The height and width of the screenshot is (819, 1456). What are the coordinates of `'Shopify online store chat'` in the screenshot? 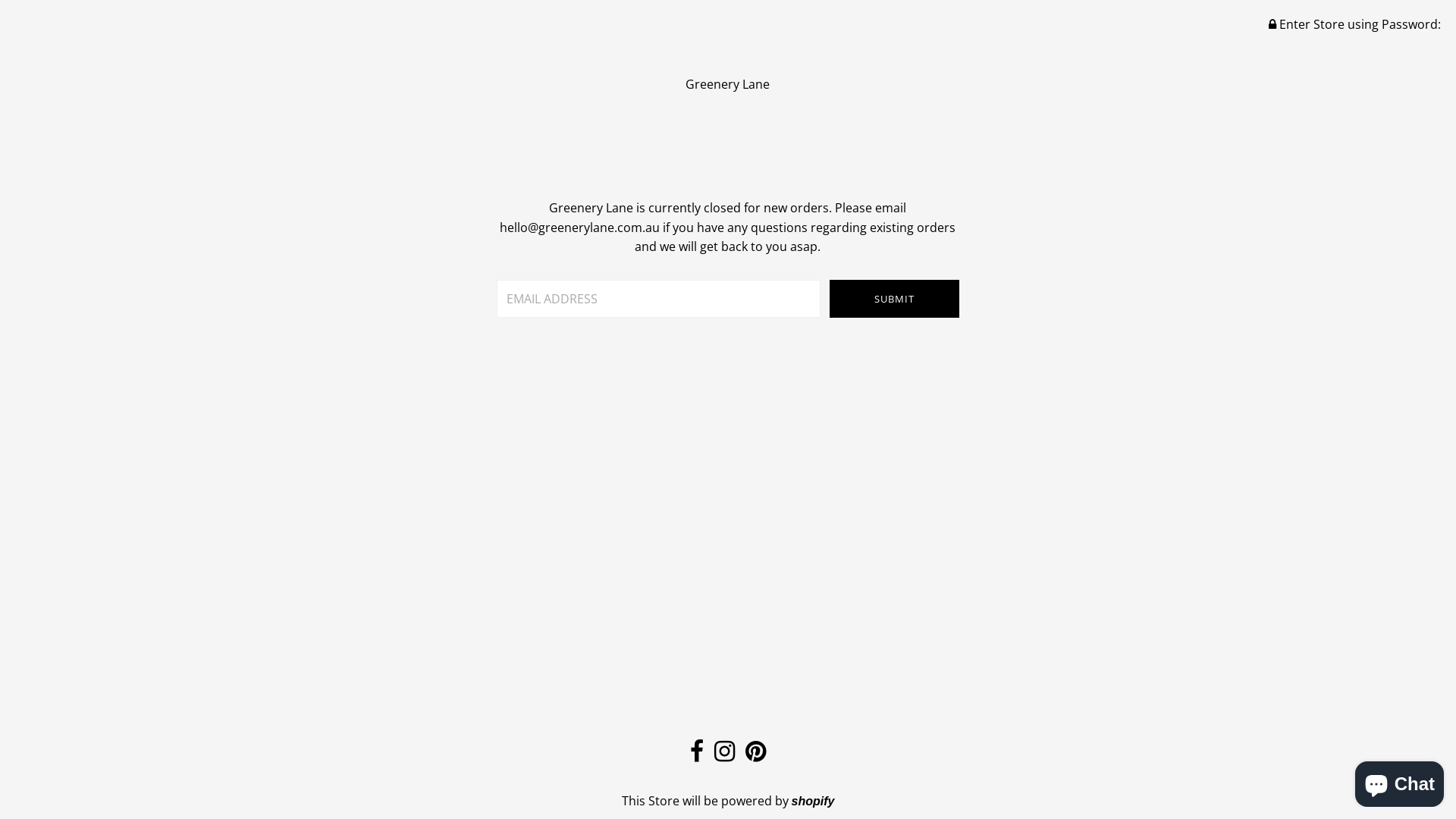 It's located at (1398, 780).